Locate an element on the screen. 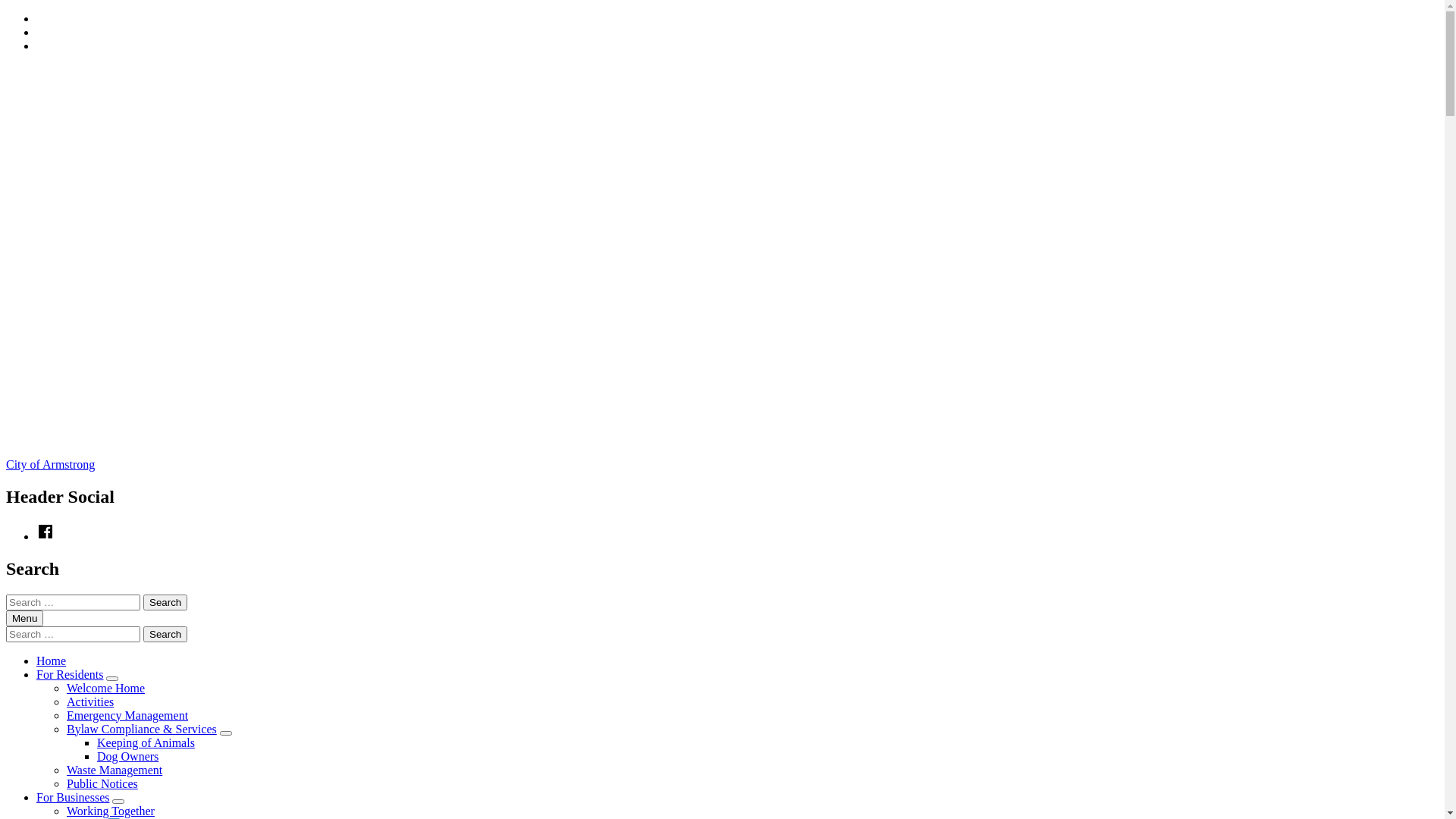 The height and width of the screenshot is (819, 1456). 'Waste Management' is located at coordinates (113, 770).